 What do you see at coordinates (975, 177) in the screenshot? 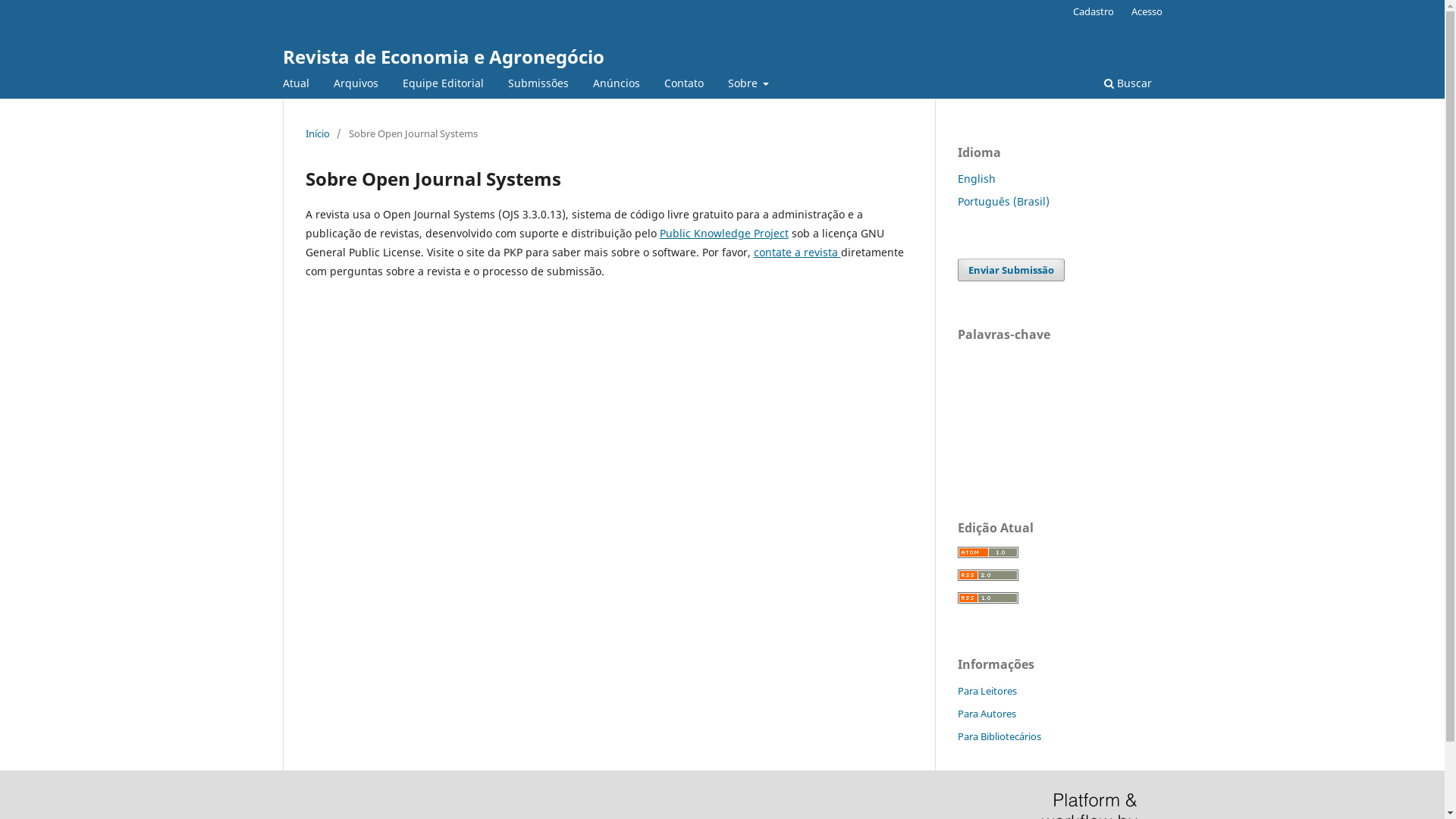
I see `'English'` at bounding box center [975, 177].